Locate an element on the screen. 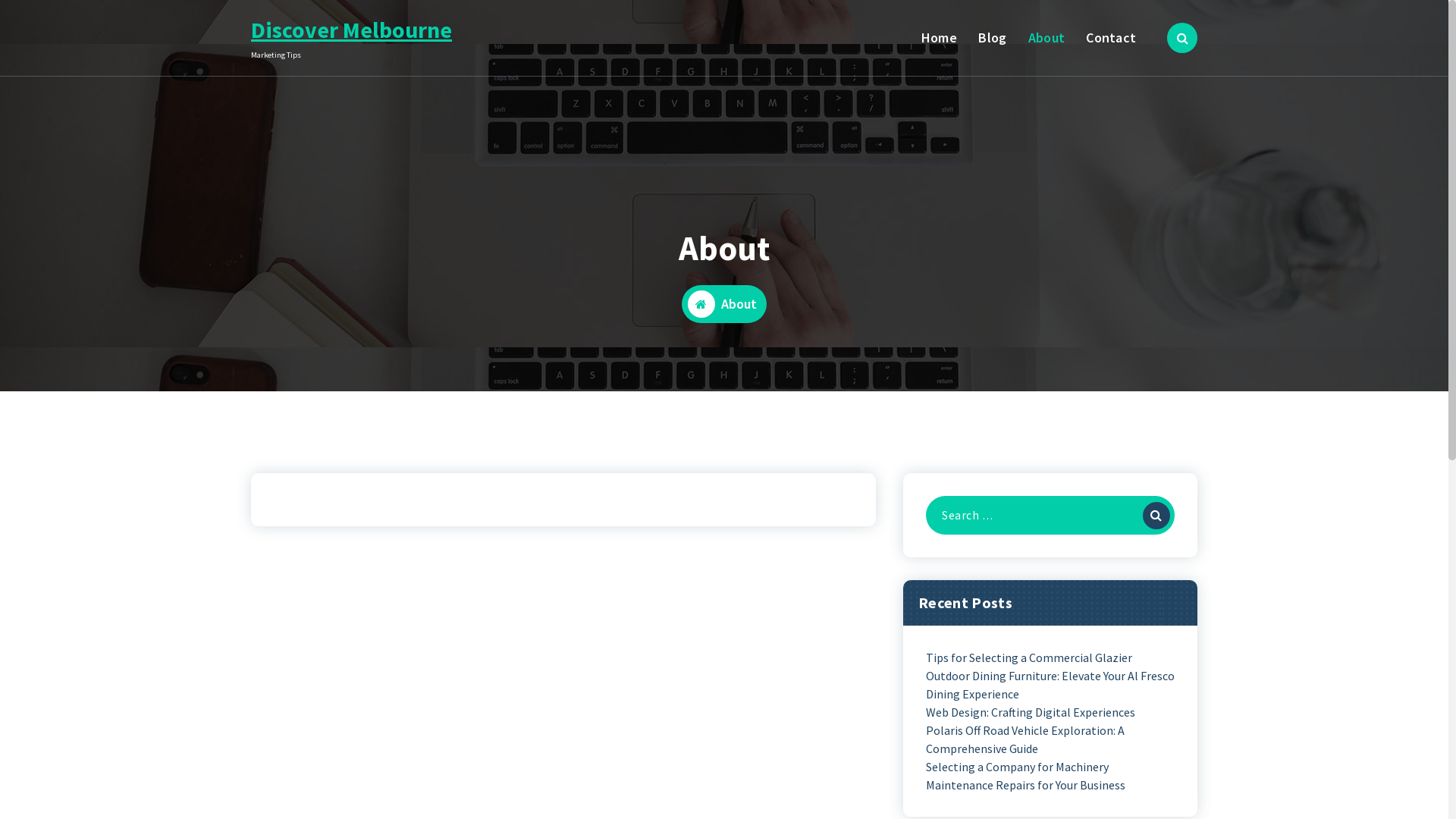 The height and width of the screenshot is (819, 1456). 'Polaris Off Road Vehicle Exploration: A Comprehensive Guide' is located at coordinates (1050, 739).